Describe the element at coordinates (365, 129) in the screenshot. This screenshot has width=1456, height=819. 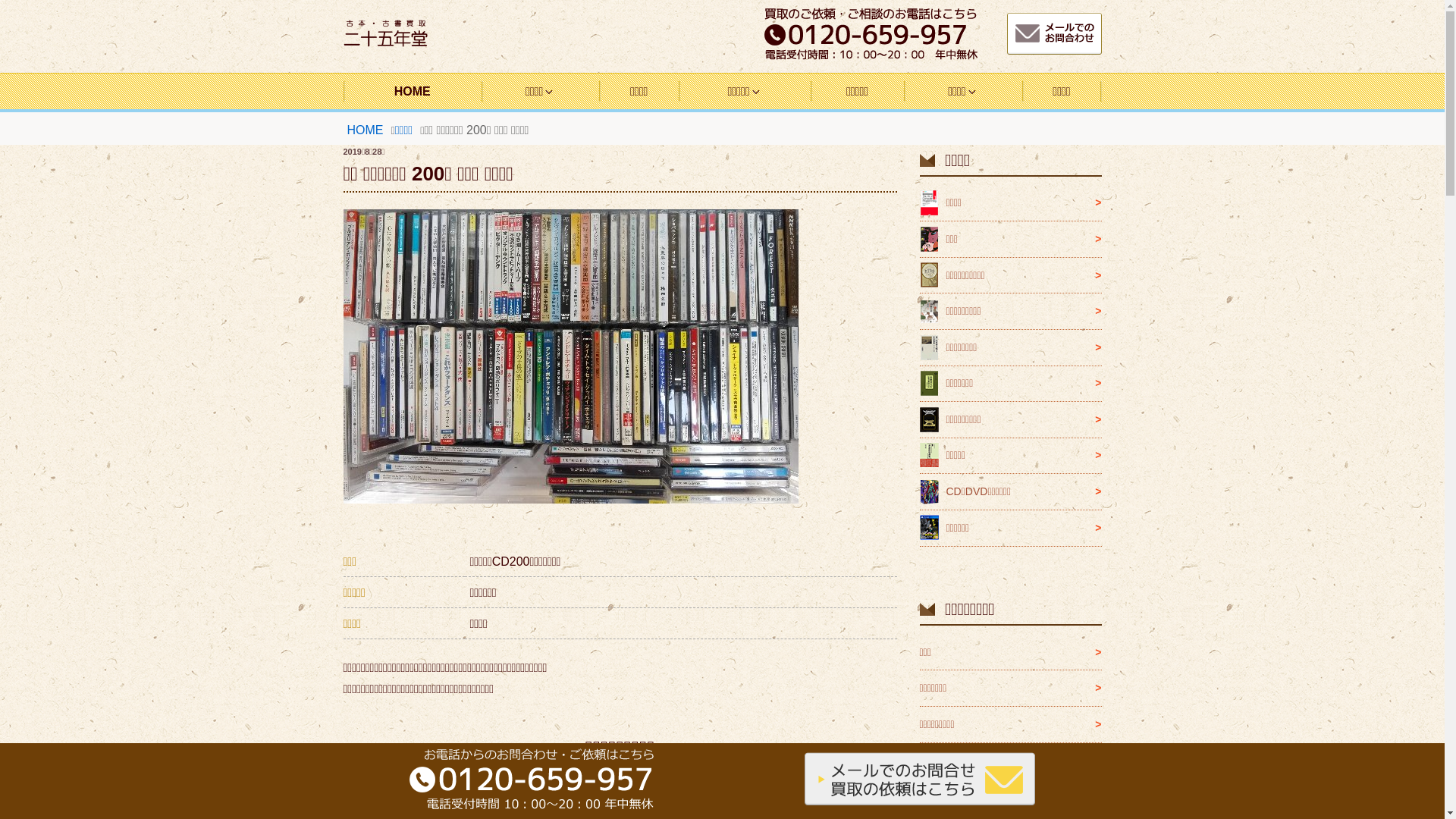
I see `'HOME'` at that location.